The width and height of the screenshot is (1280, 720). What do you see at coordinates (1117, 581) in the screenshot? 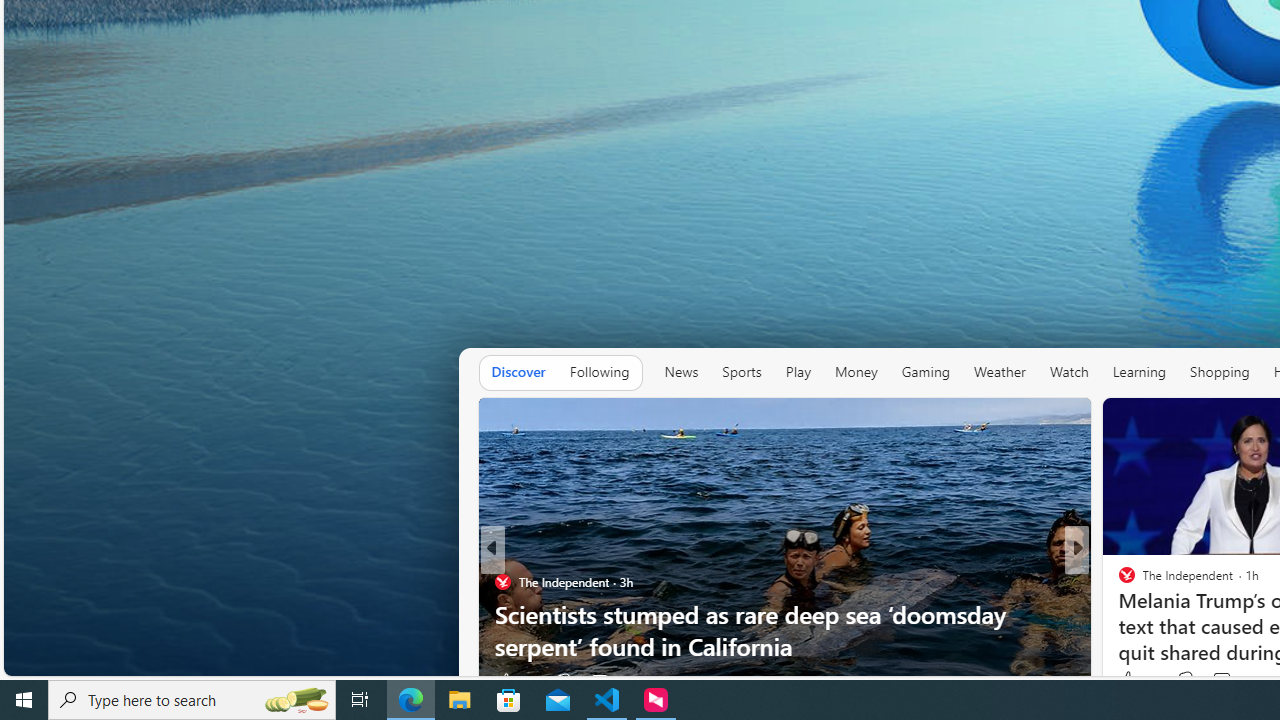
I see `'The Independent'` at bounding box center [1117, 581].